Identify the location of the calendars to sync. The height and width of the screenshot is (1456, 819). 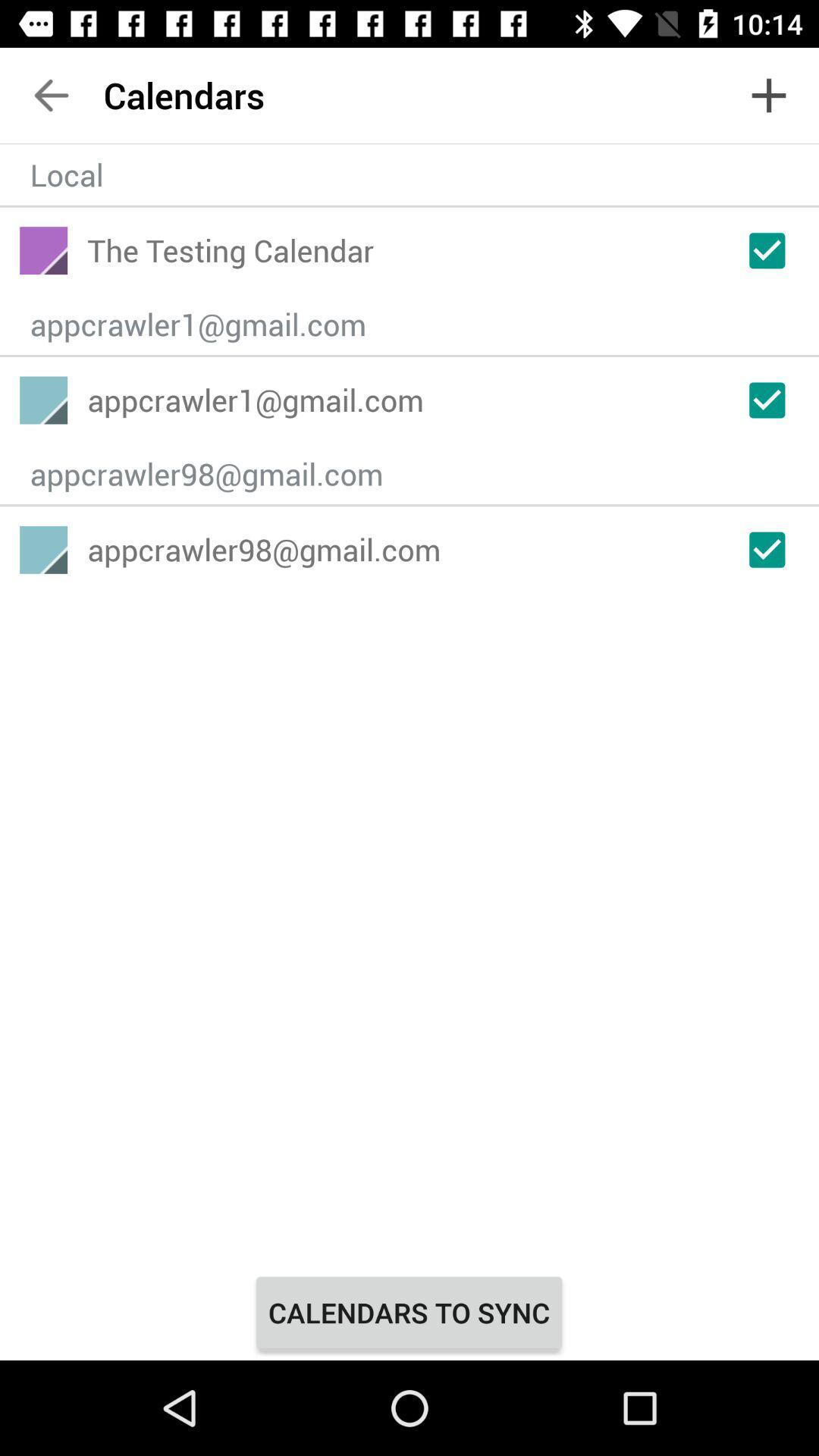
(408, 1312).